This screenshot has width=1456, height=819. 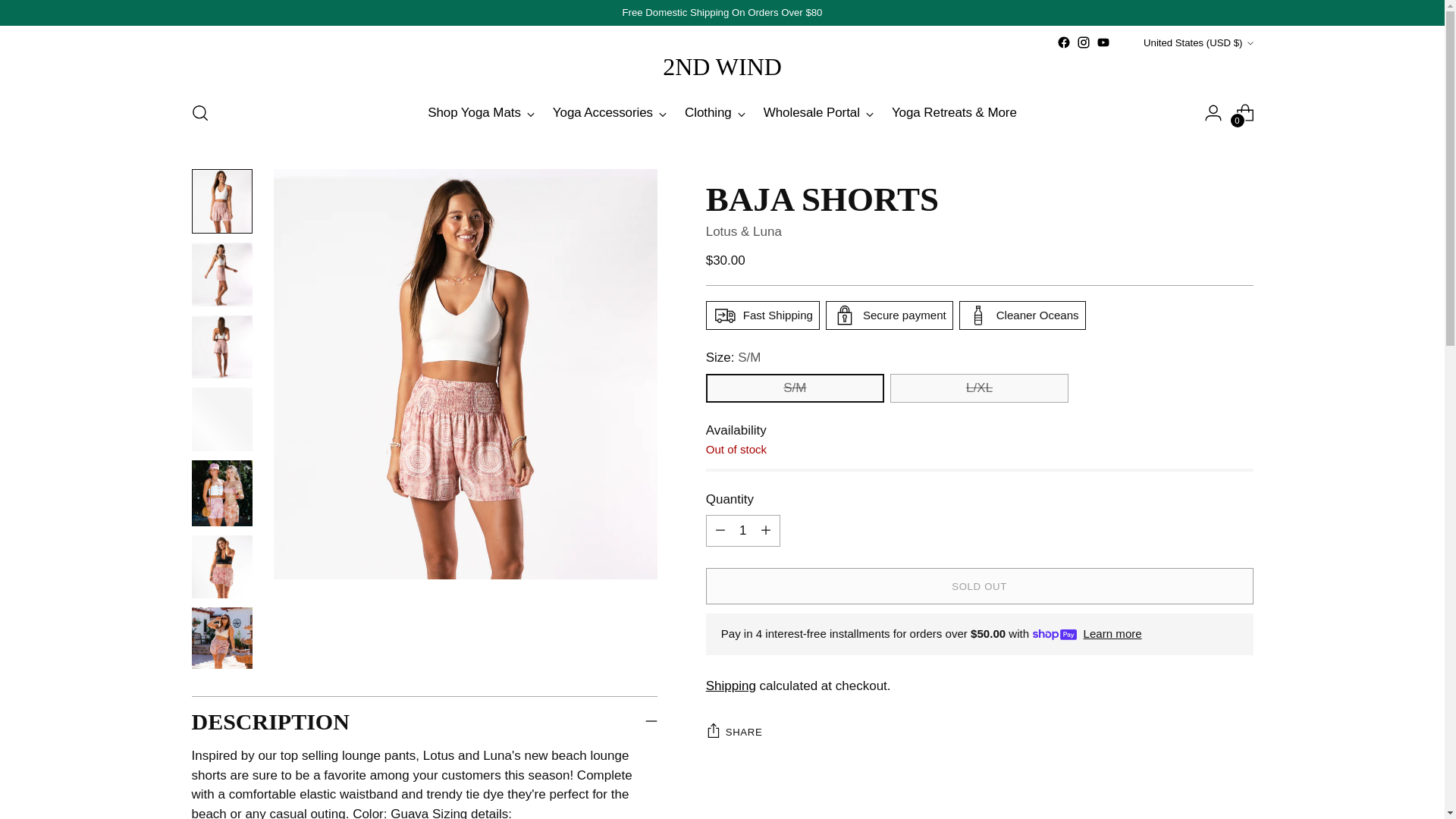 I want to click on 'L/XL', so click(x=979, y=388).